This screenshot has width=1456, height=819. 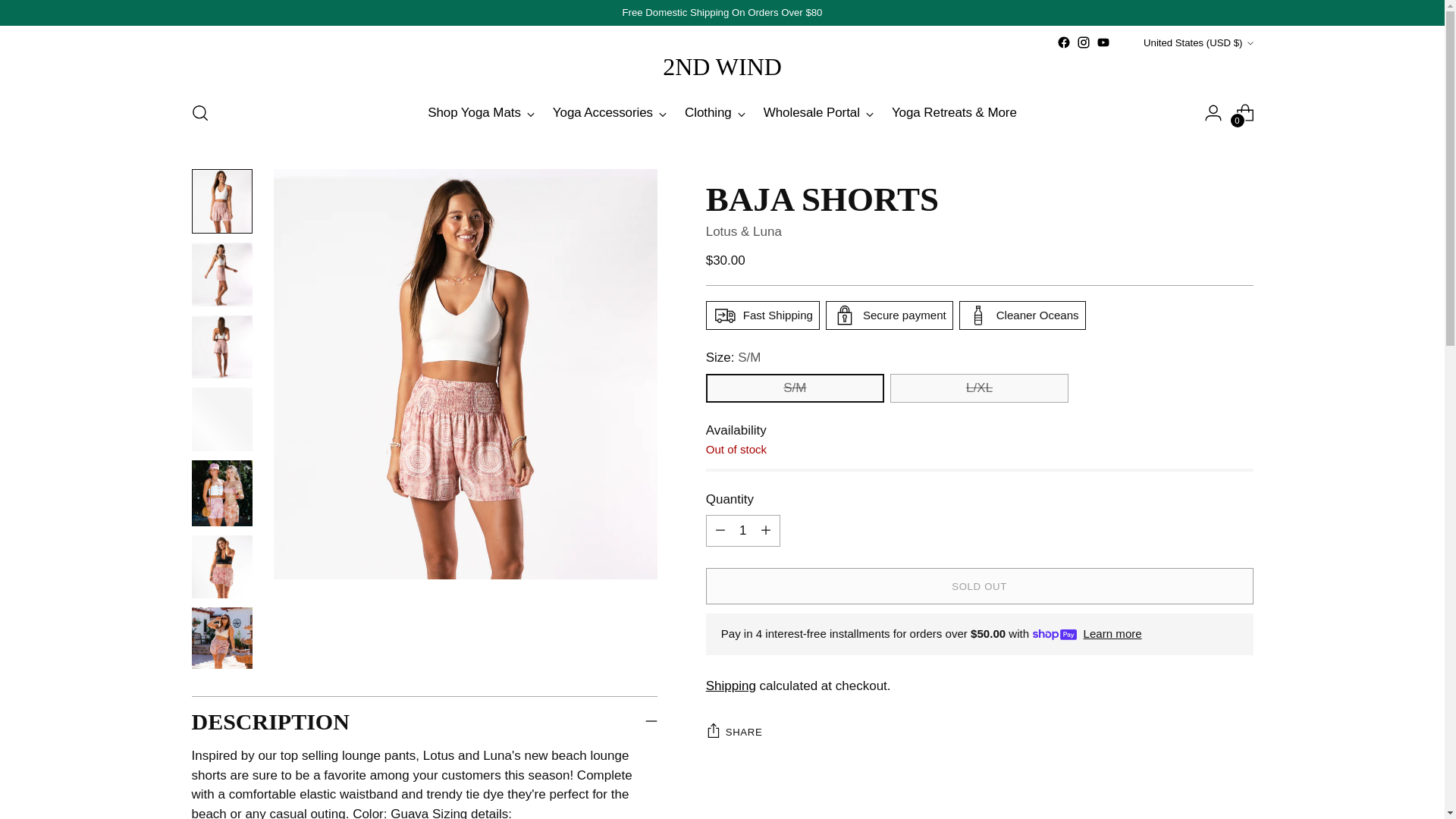 I want to click on 'L/XL', so click(x=979, y=388).